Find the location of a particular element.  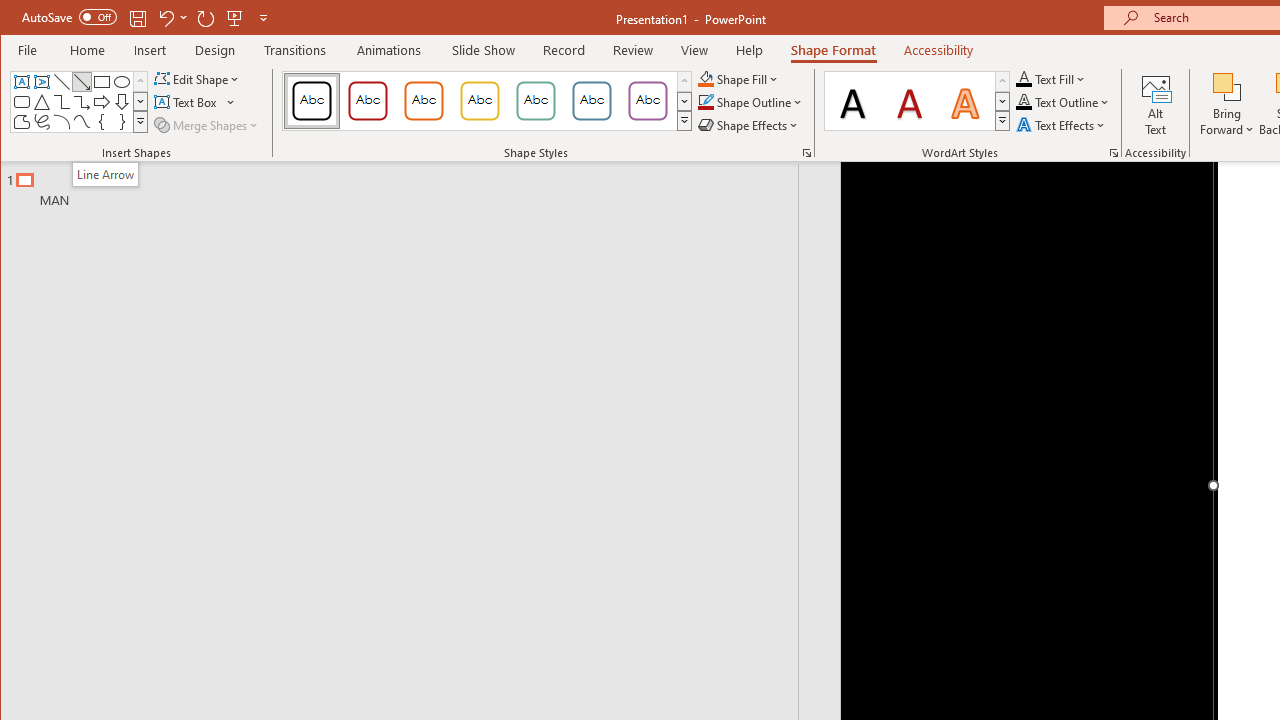

'Bring Forward' is located at coordinates (1226, 85).